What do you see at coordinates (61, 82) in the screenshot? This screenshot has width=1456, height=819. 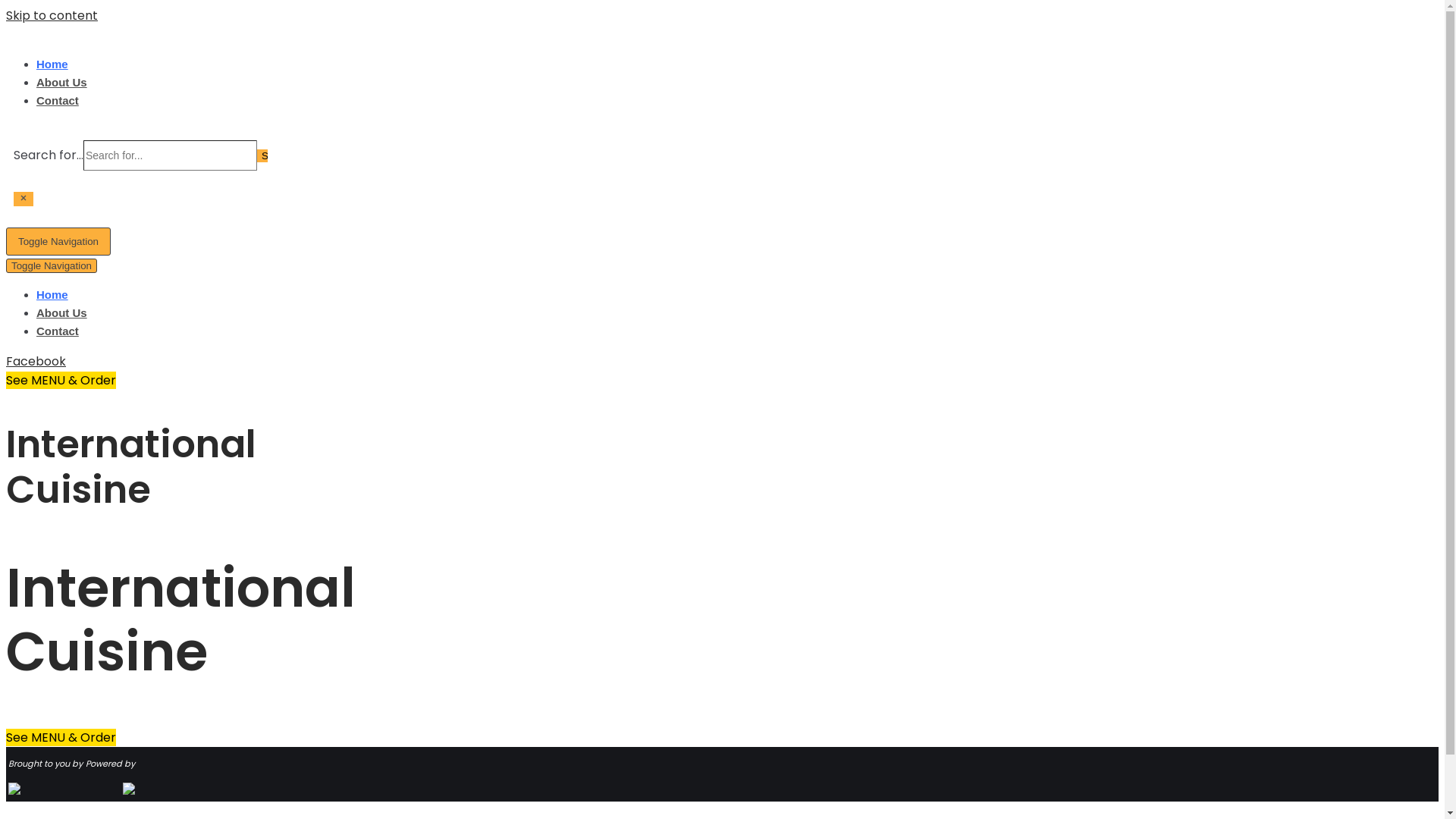 I see `'About Us'` at bounding box center [61, 82].